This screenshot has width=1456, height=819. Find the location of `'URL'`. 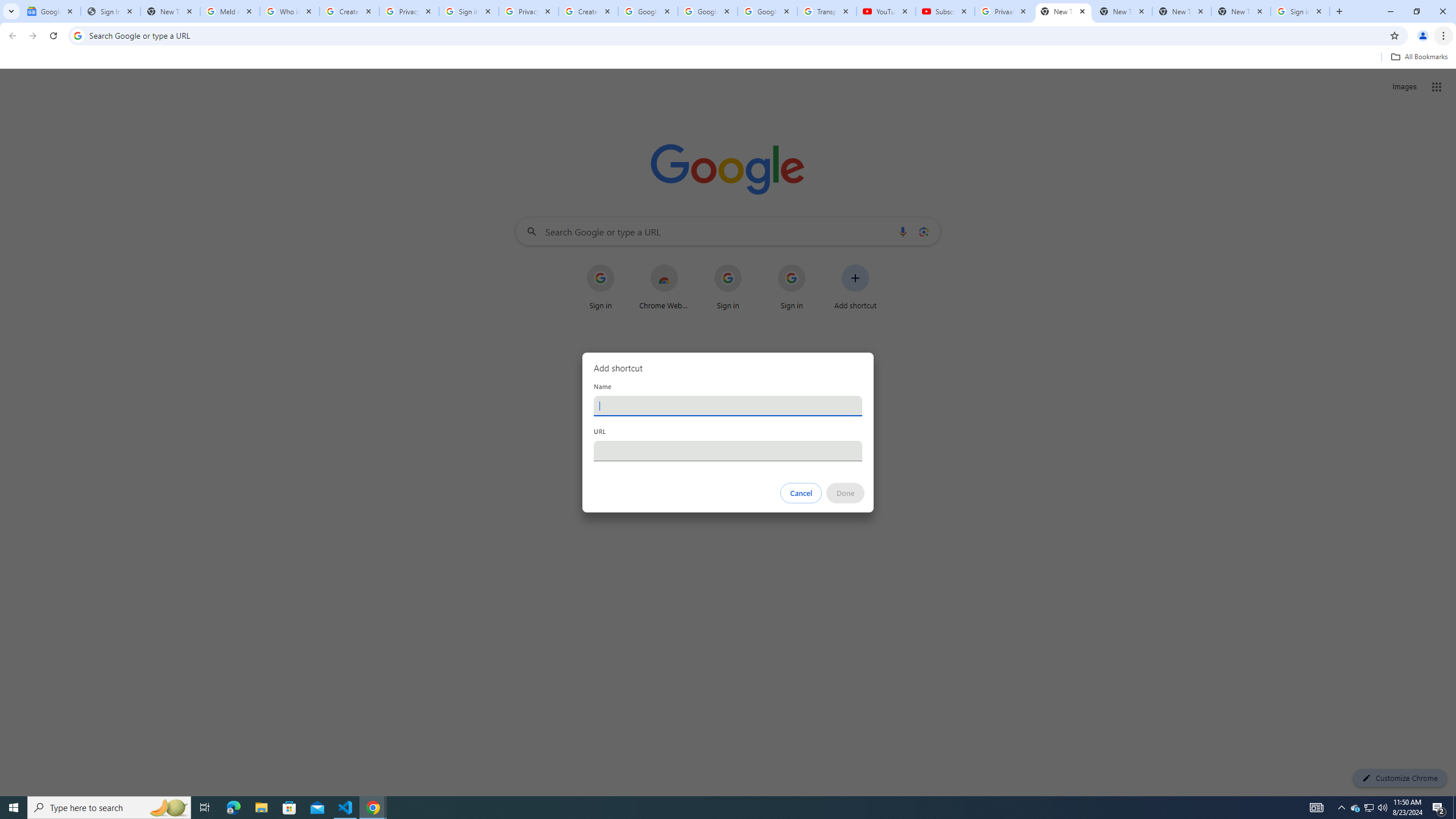

'URL' is located at coordinates (728, 450).